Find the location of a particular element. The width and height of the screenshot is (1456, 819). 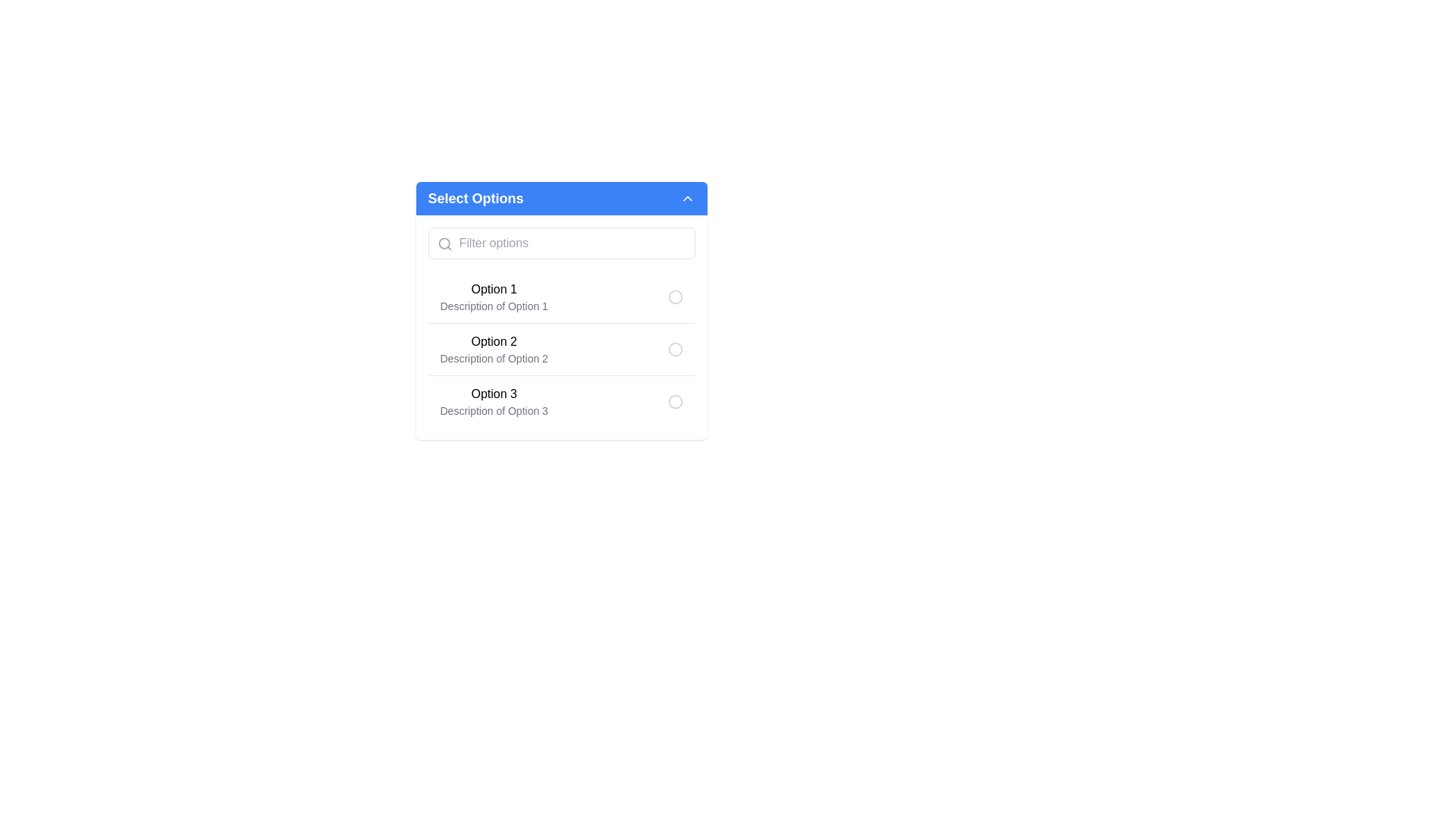

the second item in the vertically organized list of selectable options labeled 'Option 2' is located at coordinates (560, 350).